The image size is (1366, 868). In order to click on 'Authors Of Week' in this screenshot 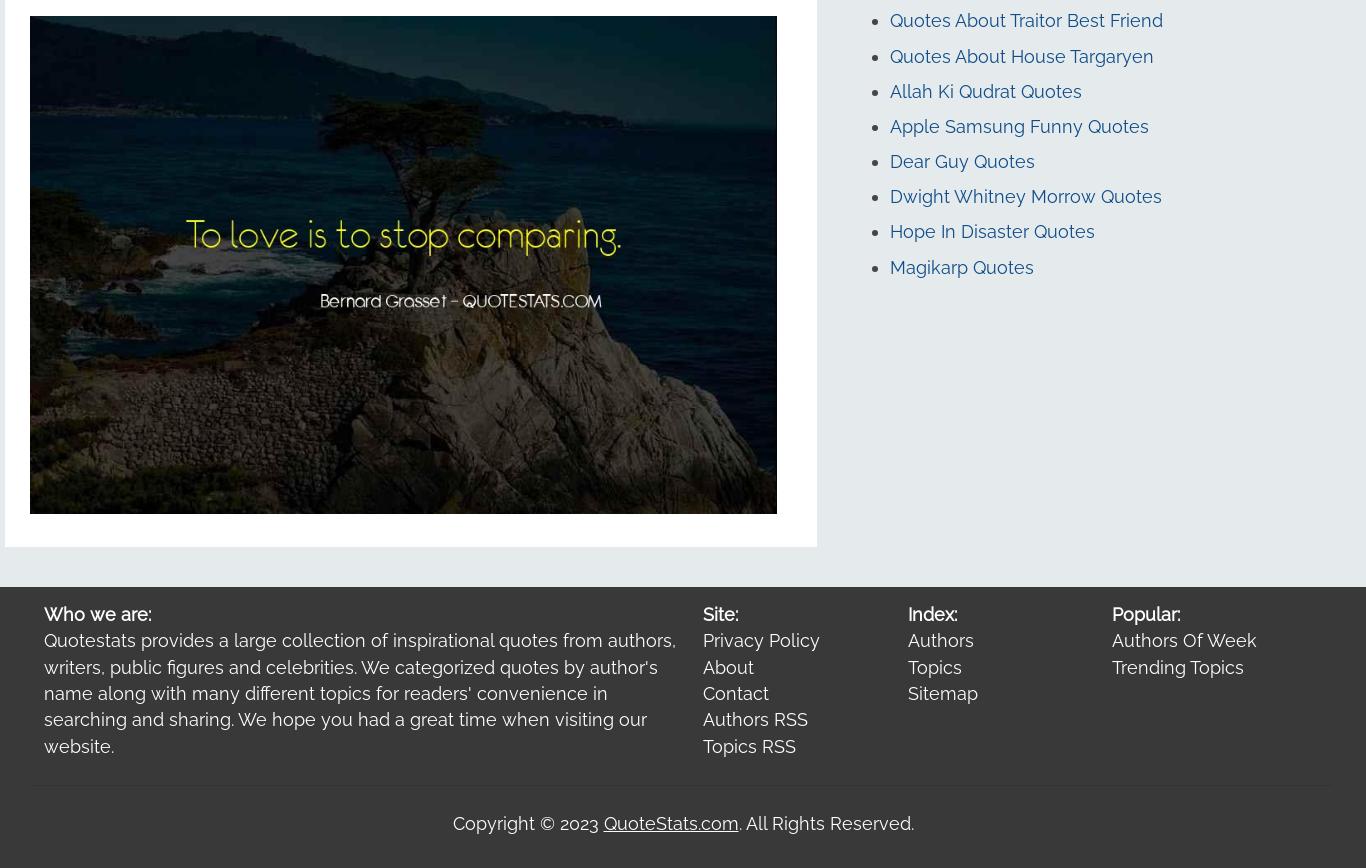, I will do `click(1184, 640)`.